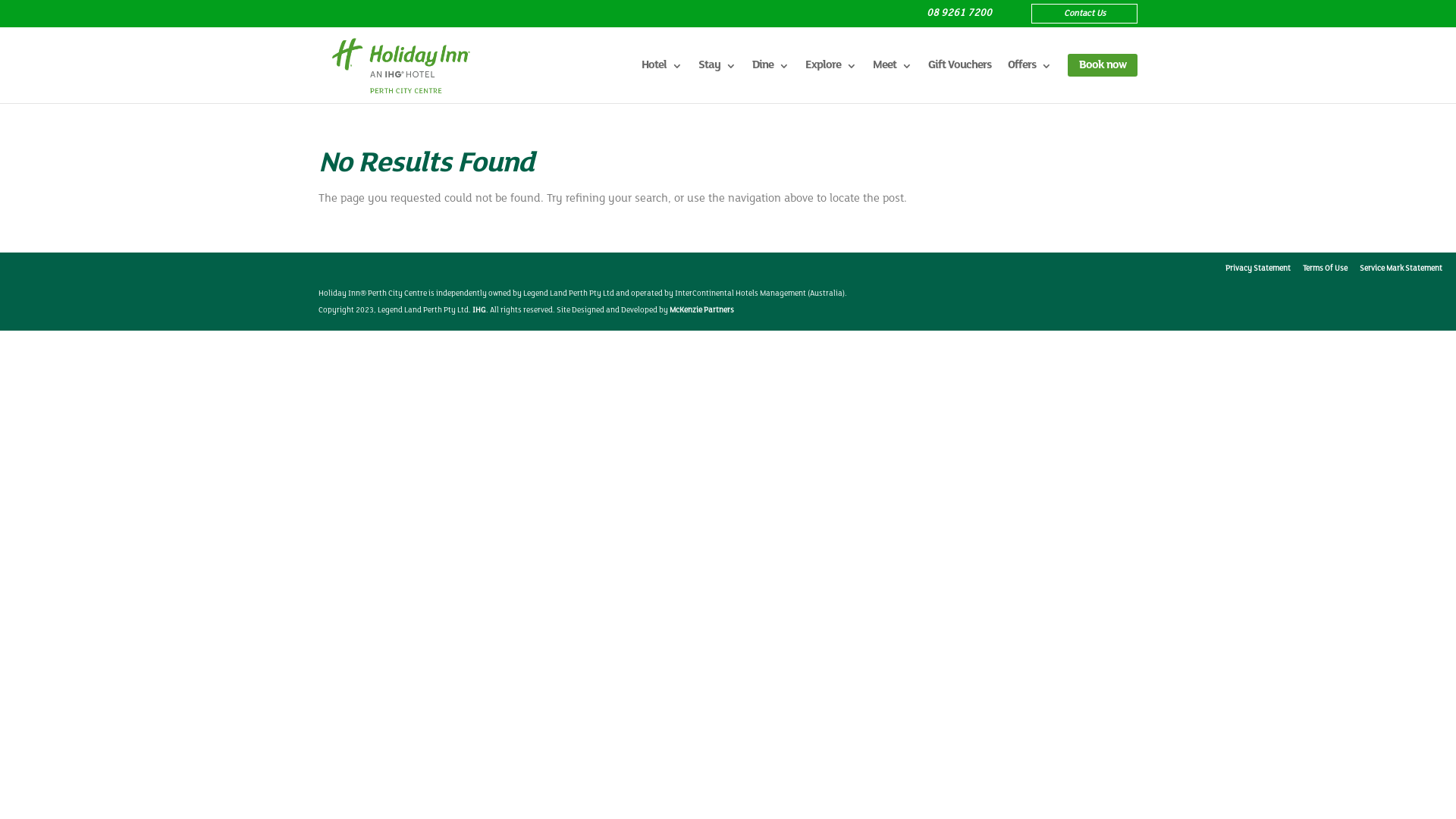 Image resolution: width=1456 pixels, height=819 pixels. I want to click on 'Stay', so click(716, 76).